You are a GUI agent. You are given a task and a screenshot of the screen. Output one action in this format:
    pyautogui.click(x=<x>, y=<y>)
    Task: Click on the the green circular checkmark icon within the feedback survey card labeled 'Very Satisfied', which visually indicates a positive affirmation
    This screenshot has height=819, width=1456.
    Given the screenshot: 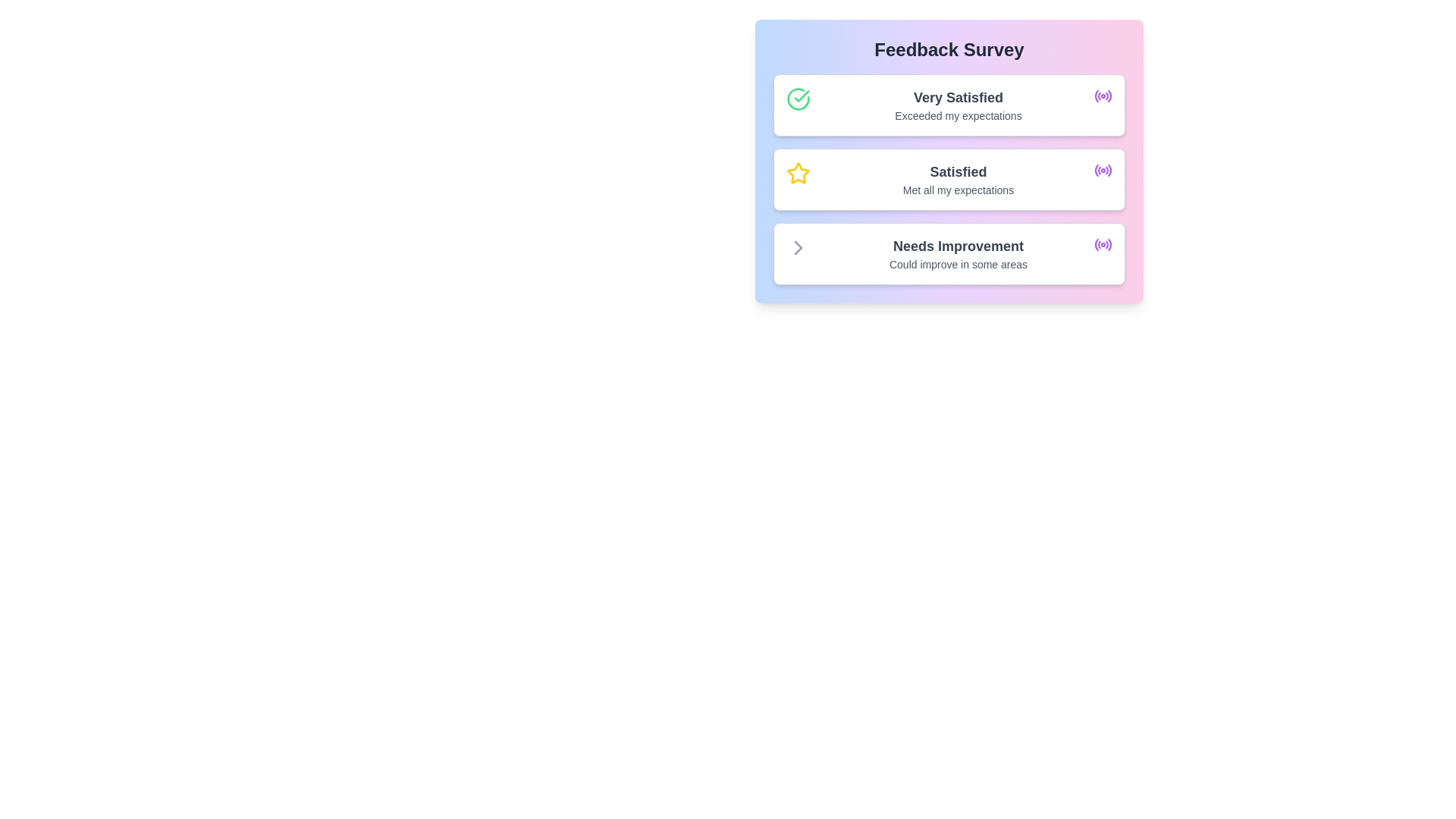 What is the action you would take?
    pyautogui.click(x=797, y=104)
    